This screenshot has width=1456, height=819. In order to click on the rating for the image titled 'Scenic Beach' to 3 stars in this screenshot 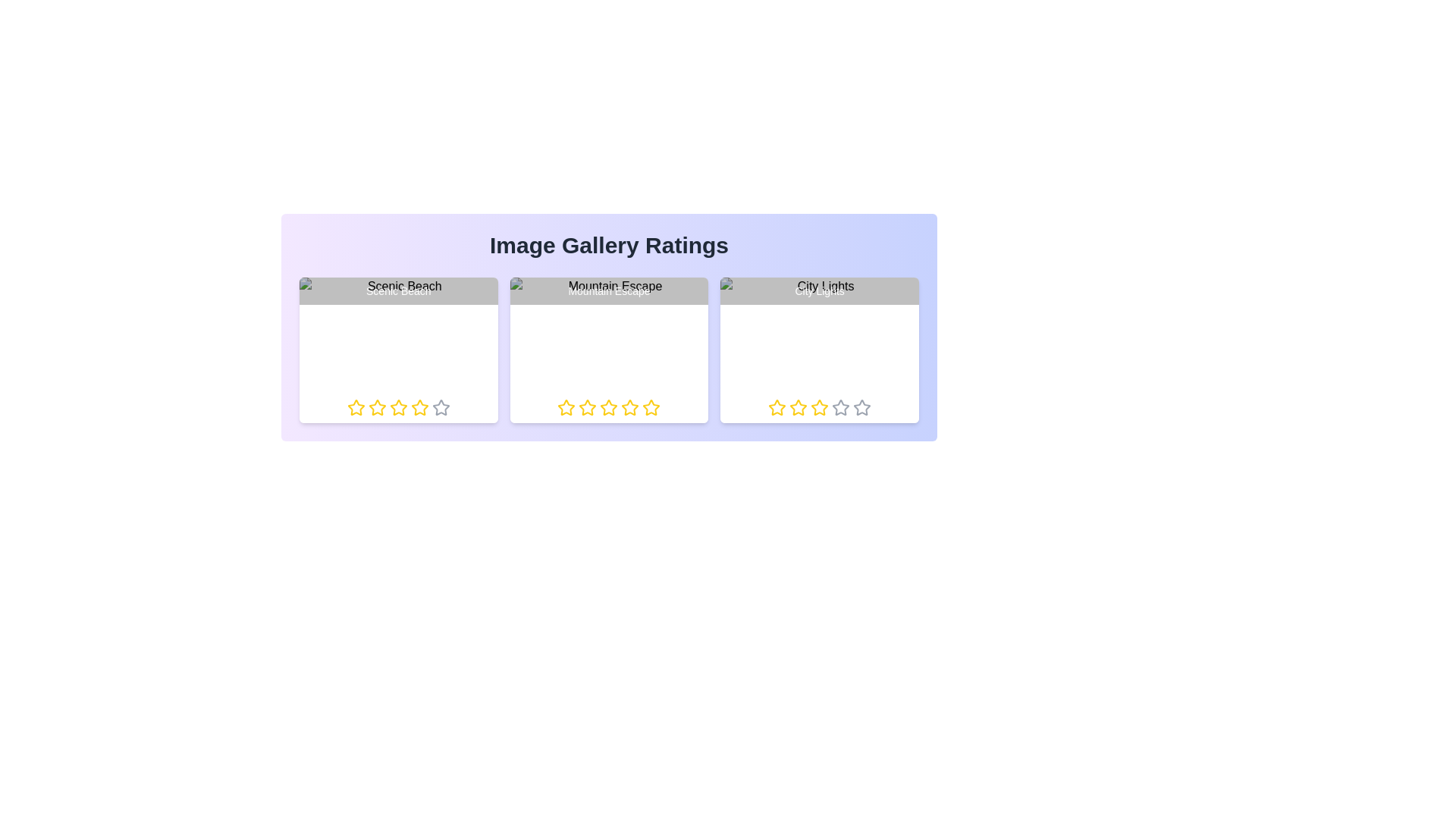, I will do `click(389, 406)`.